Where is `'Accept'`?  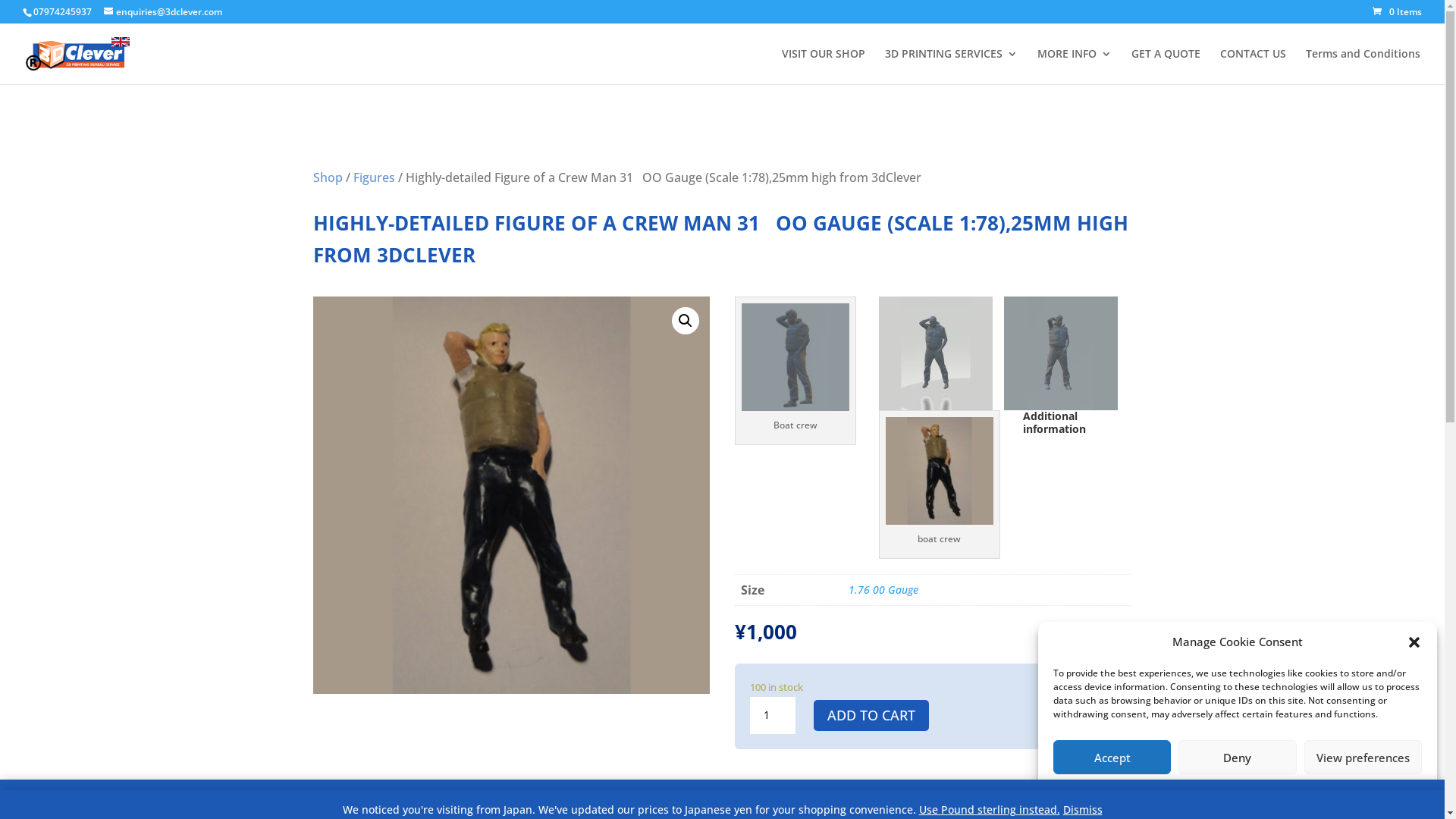 'Accept' is located at coordinates (1112, 757).